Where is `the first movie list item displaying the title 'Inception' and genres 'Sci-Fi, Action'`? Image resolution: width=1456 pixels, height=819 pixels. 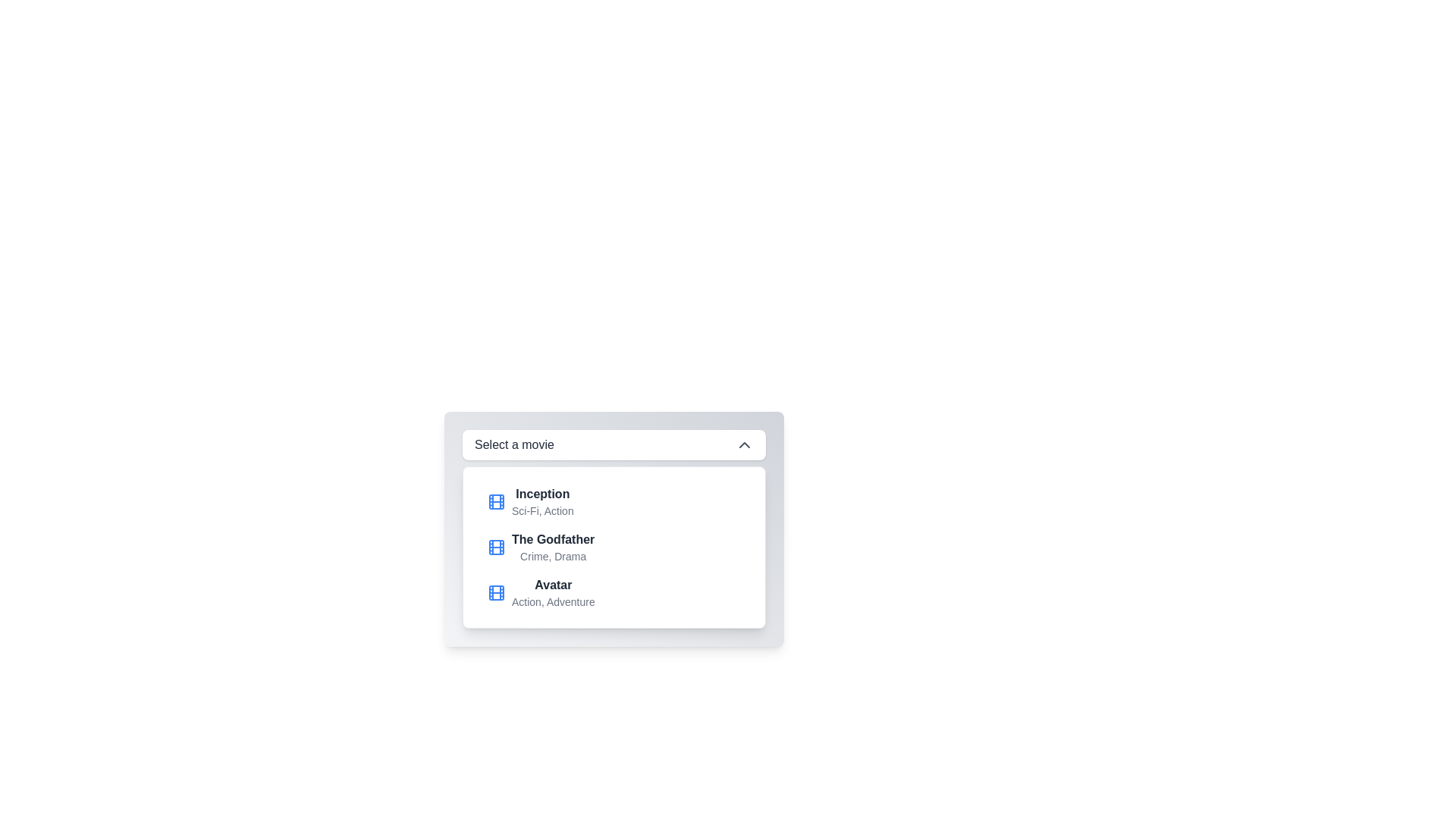 the first movie list item displaying the title 'Inception' and genres 'Sci-Fi, Action' is located at coordinates (614, 502).